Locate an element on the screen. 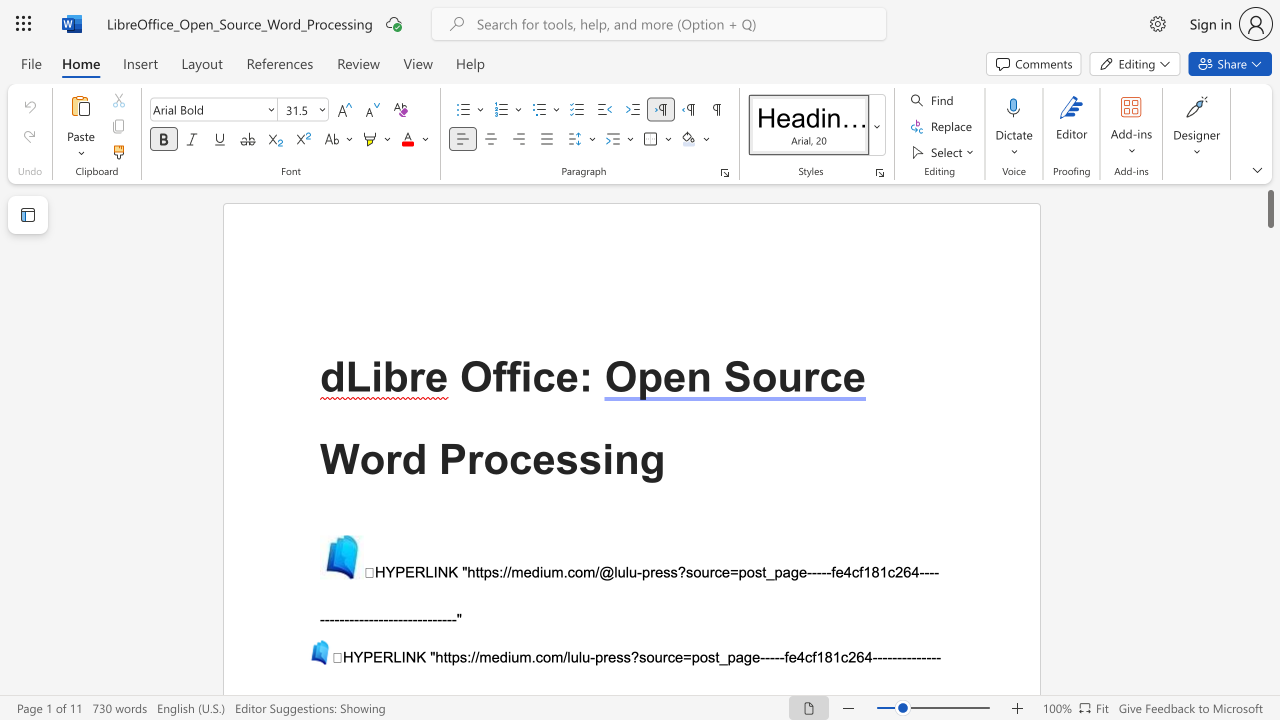 The image size is (1280, 720). the side scrollbar to bring the page down is located at coordinates (1269, 678).